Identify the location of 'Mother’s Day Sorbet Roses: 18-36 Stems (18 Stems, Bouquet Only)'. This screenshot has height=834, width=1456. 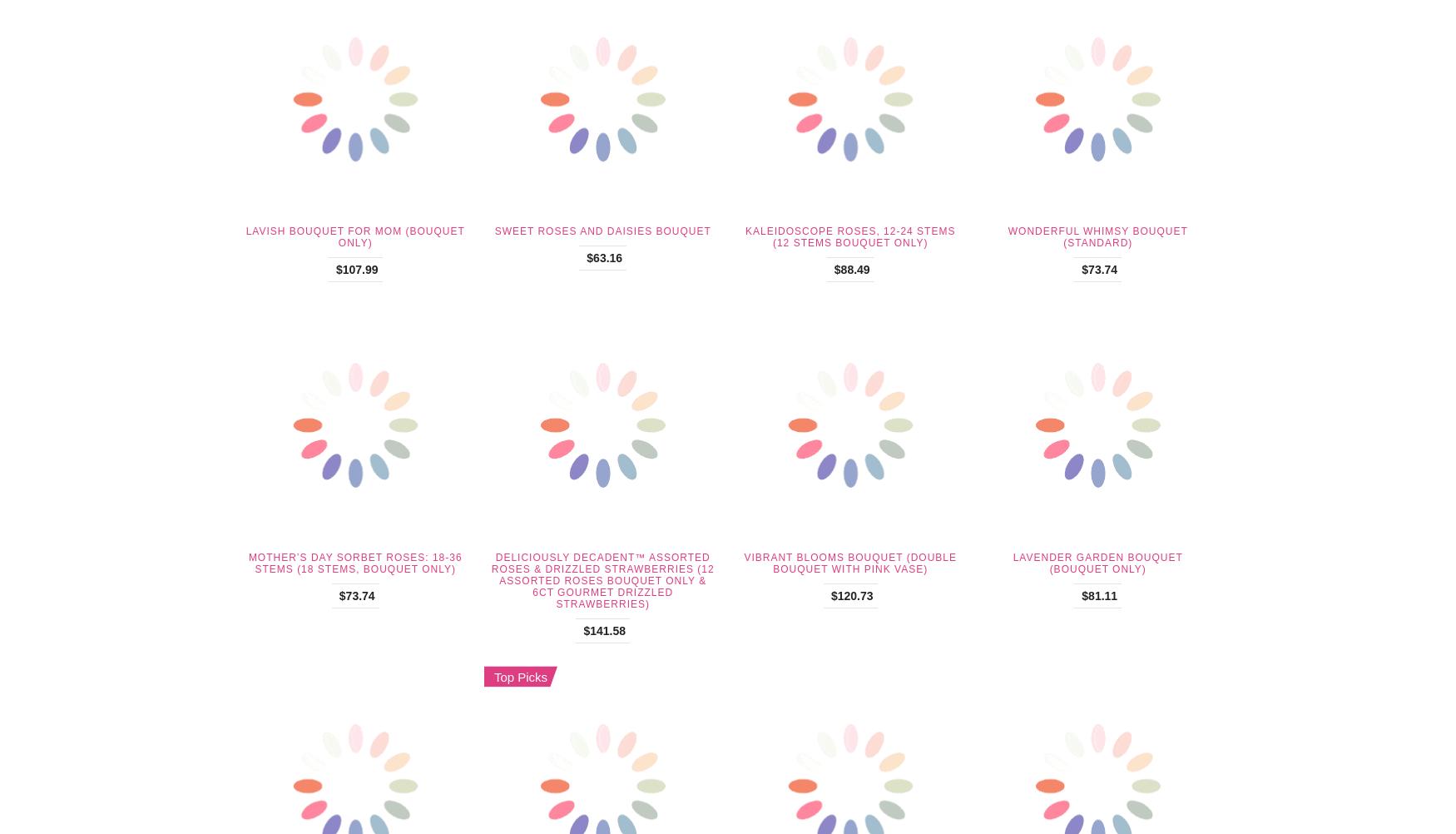
(354, 563).